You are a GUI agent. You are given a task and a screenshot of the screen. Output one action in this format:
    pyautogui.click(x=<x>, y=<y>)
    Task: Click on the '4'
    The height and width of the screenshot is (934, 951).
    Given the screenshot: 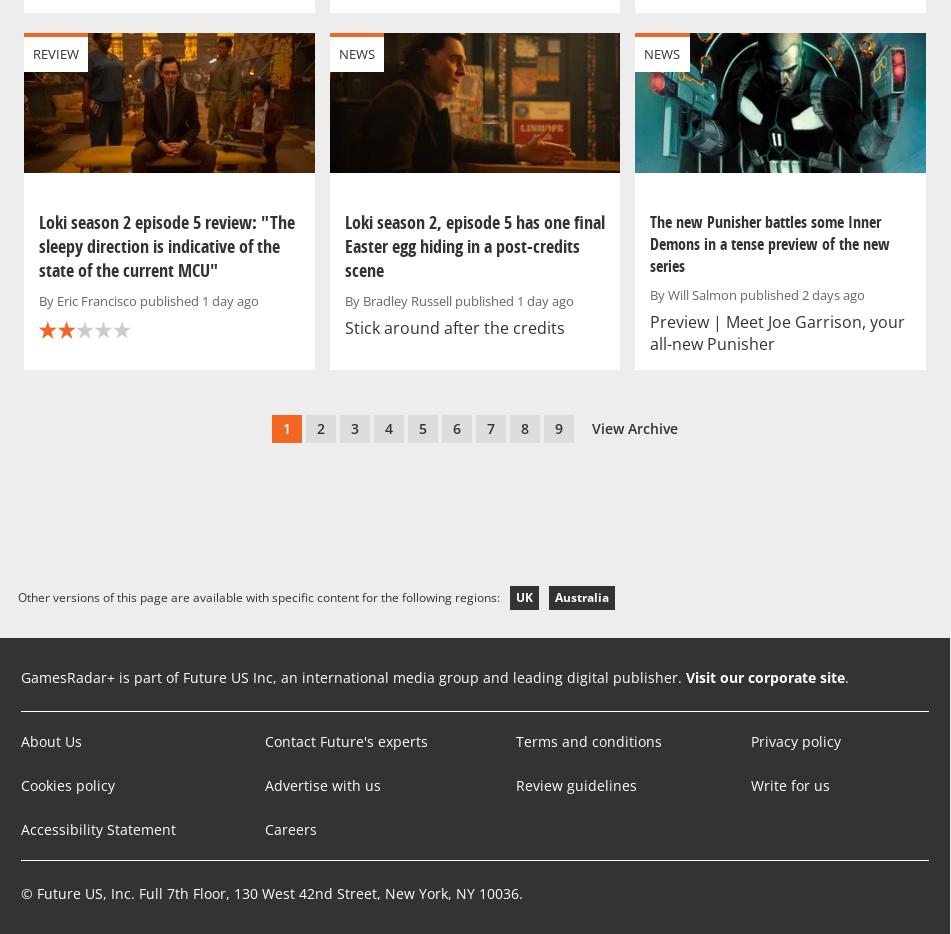 What is the action you would take?
    pyautogui.click(x=384, y=428)
    